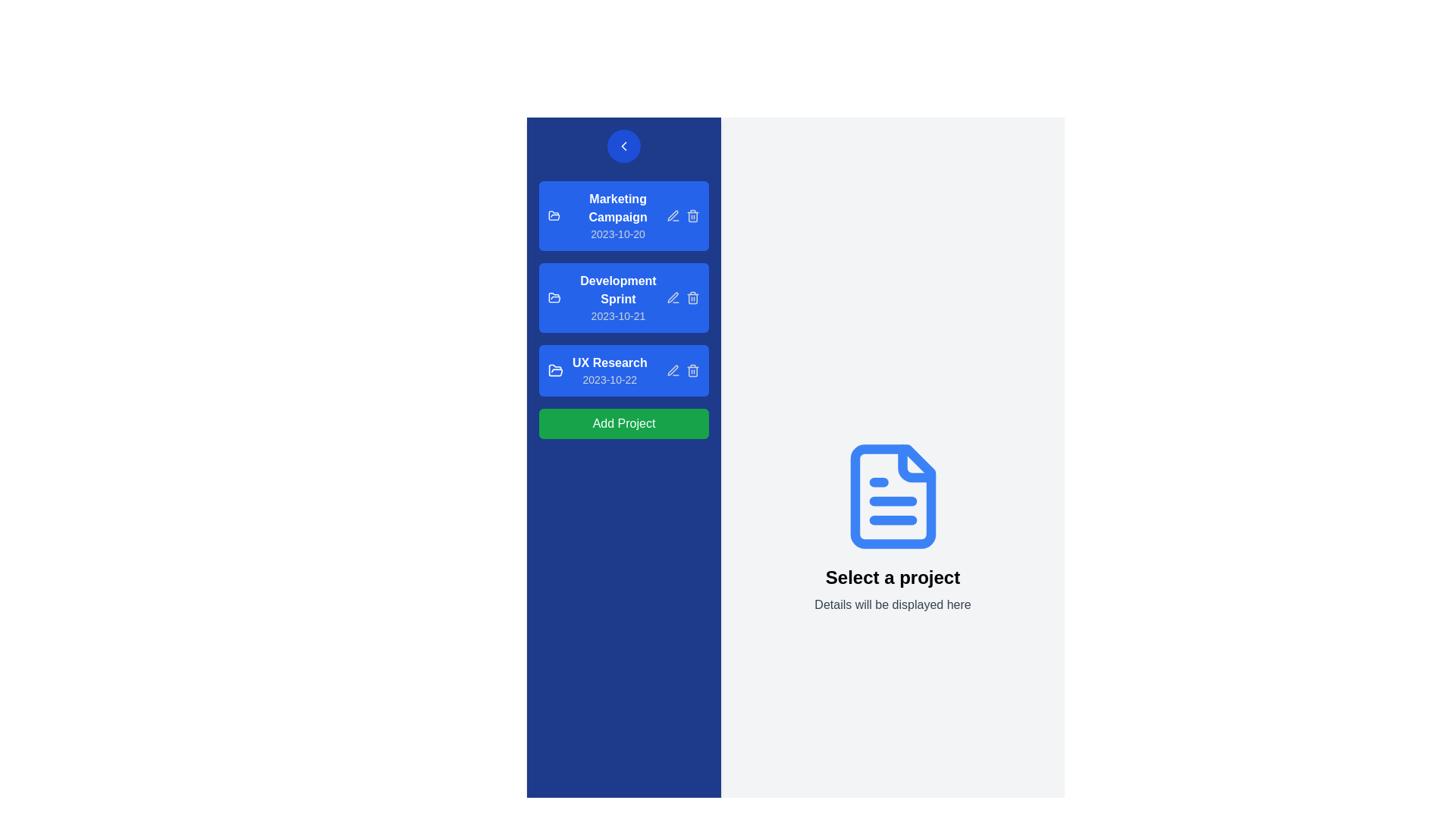 The width and height of the screenshot is (1456, 819). I want to click on the folder icon representing the 'Marketing Campaign' project in the left sidebar, so click(554, 216).